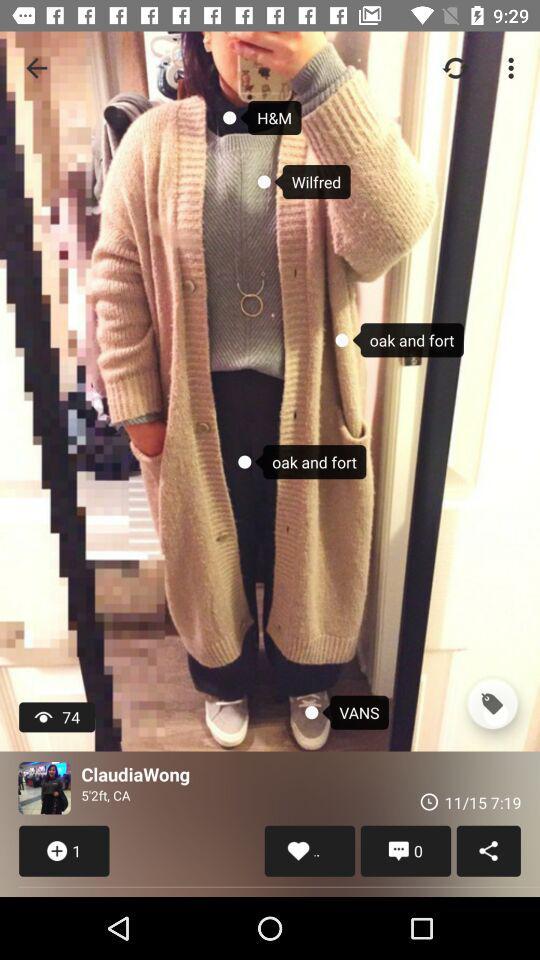  I want to click on tag toggle, so click(491, 704).